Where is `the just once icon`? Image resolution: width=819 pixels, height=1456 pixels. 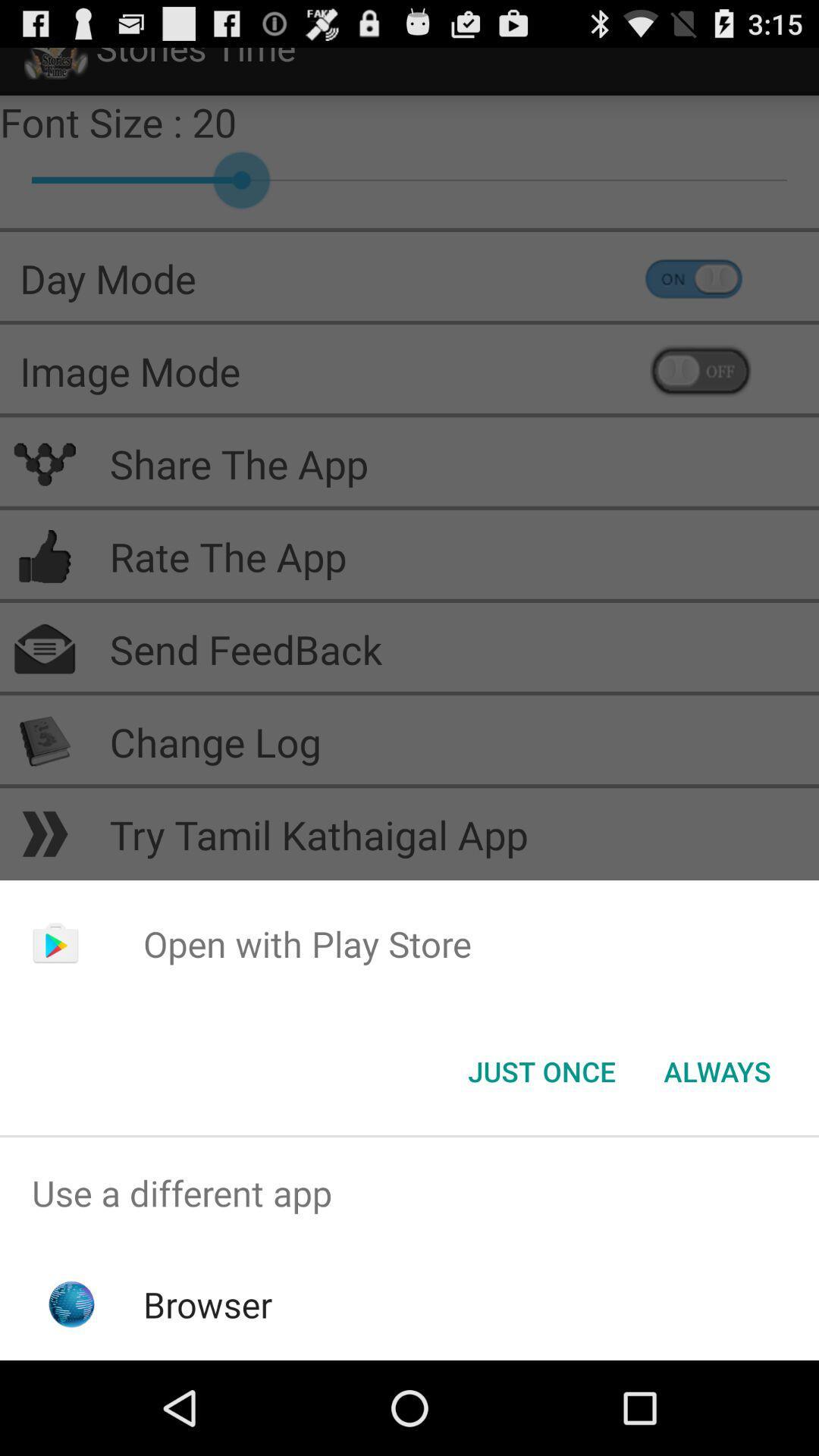 the just once icon is located at coordinates (541, 1070).